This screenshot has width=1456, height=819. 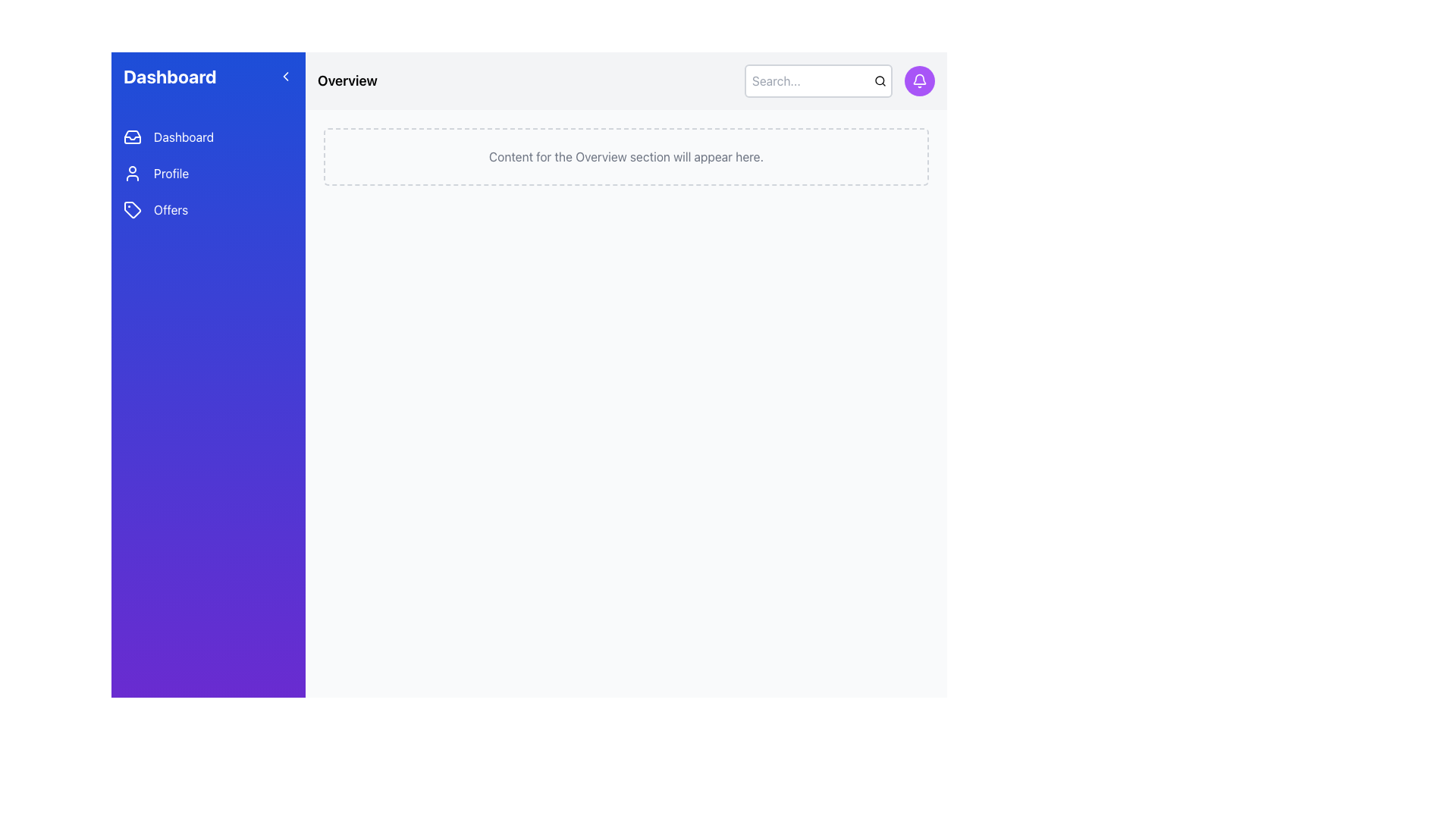 What do you see at coordinates (132, 172) in the screenshot?
I see `the user profile icon, which is a small circular silhouette with a head and shoulders, located next to the text 'Profile' in the vertical navigation menu` at bounding box center [132, 172].